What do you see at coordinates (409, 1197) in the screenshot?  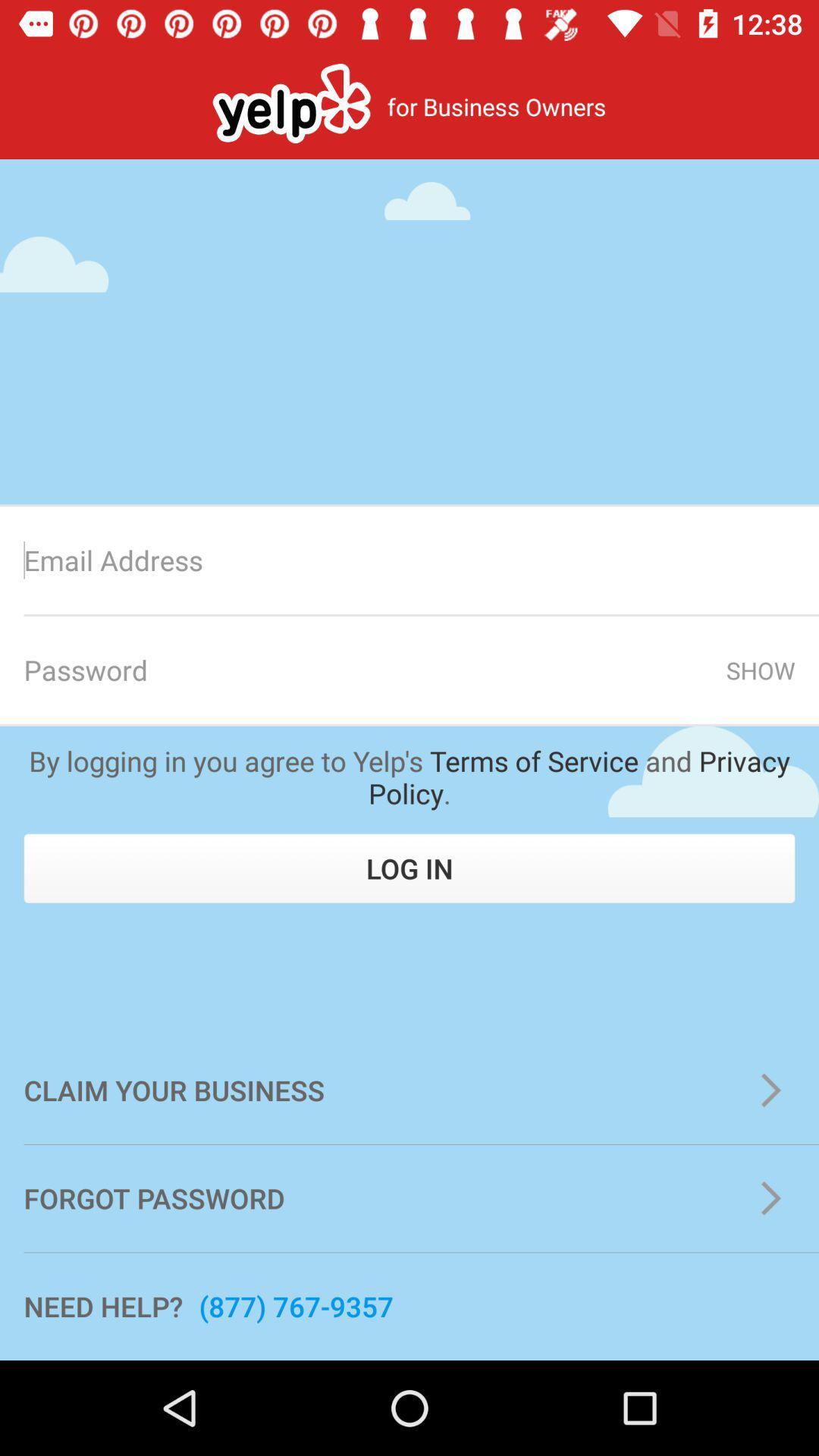 I see `the icon below the claim your business item` at bounding box center [409, 1197].